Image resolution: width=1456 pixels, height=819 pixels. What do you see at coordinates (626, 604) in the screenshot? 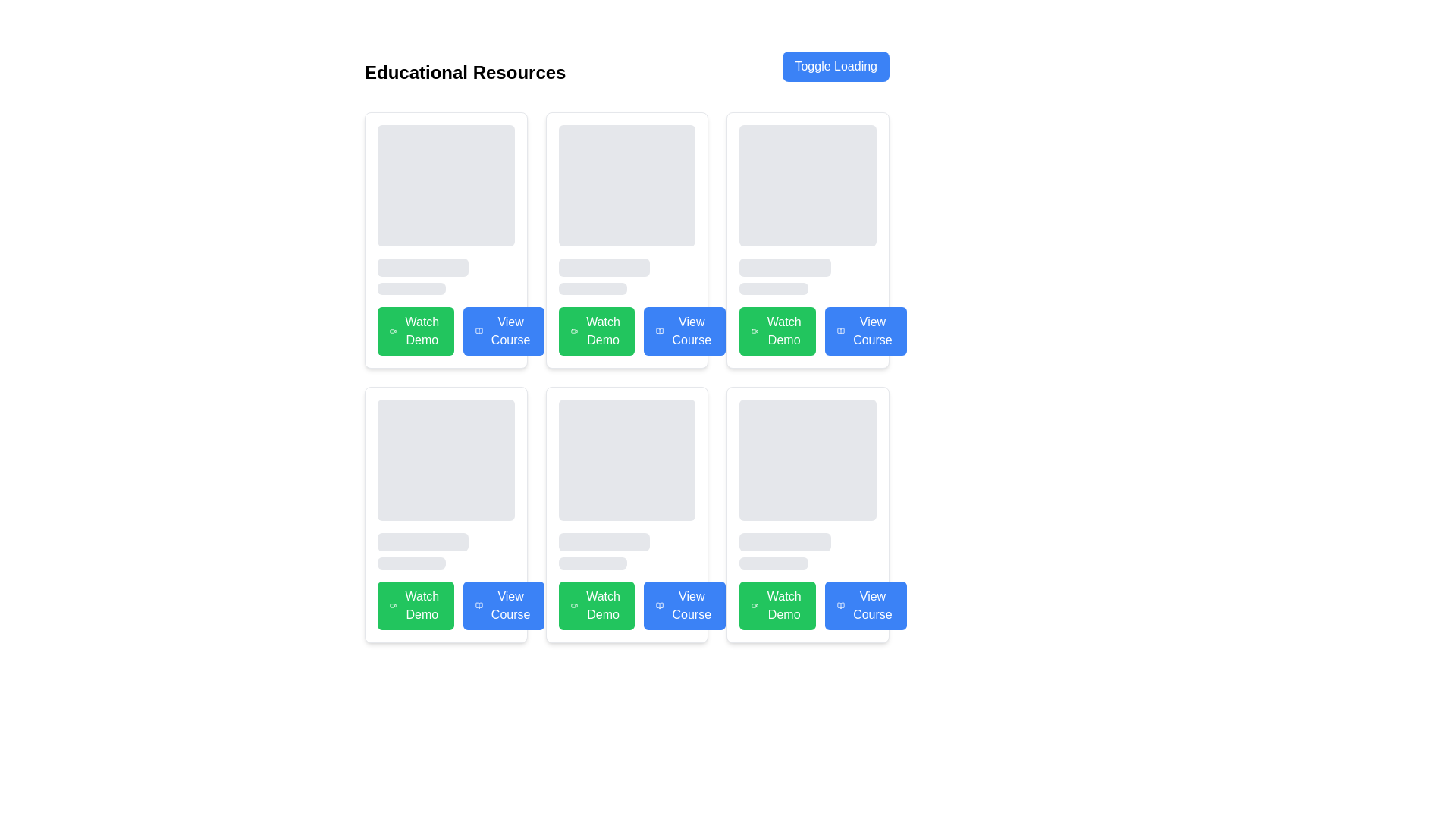
I see `the first button at the bottom of the card component` at bounding box center [626, 604].